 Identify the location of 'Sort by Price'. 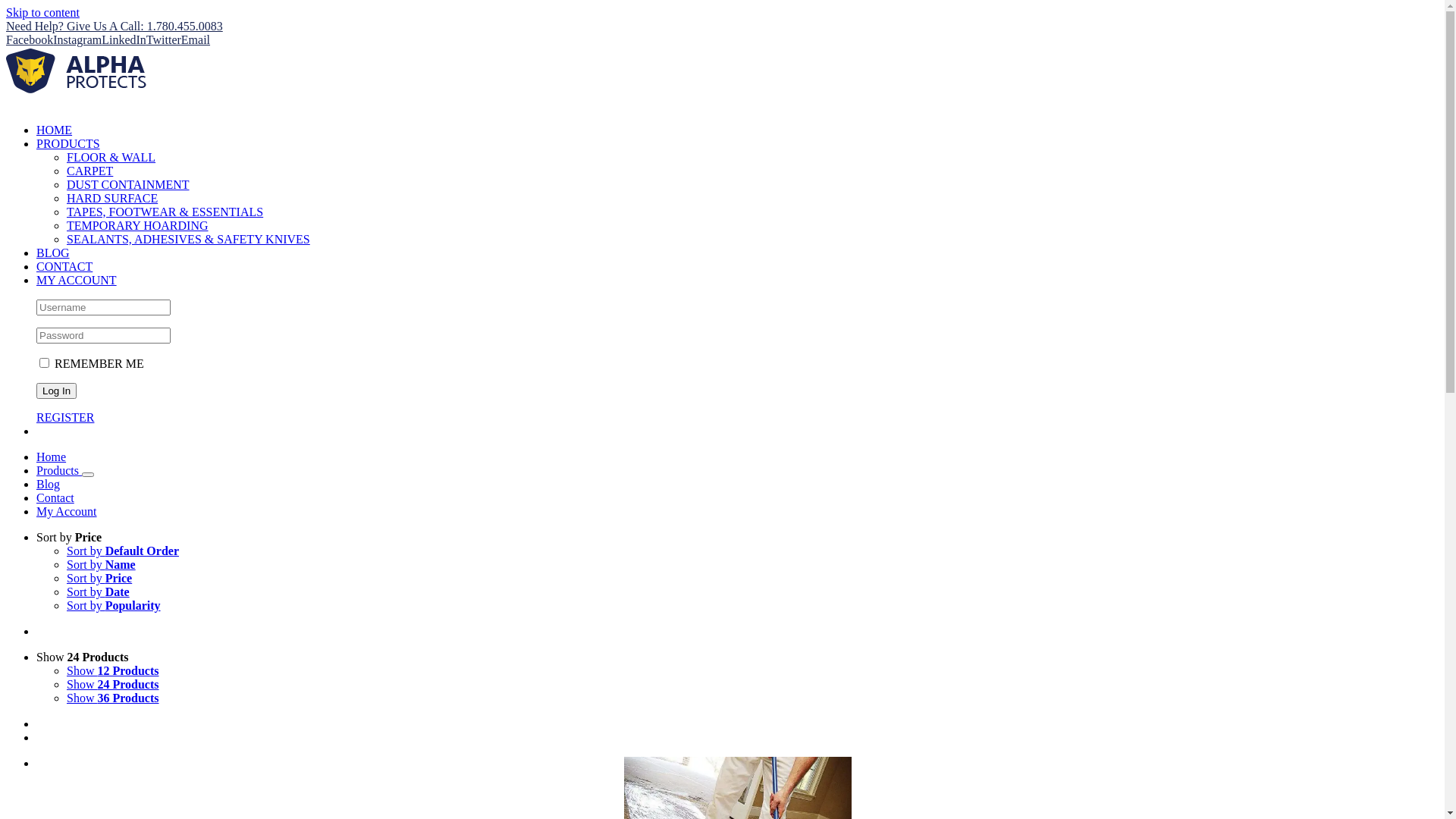
(68, 536).